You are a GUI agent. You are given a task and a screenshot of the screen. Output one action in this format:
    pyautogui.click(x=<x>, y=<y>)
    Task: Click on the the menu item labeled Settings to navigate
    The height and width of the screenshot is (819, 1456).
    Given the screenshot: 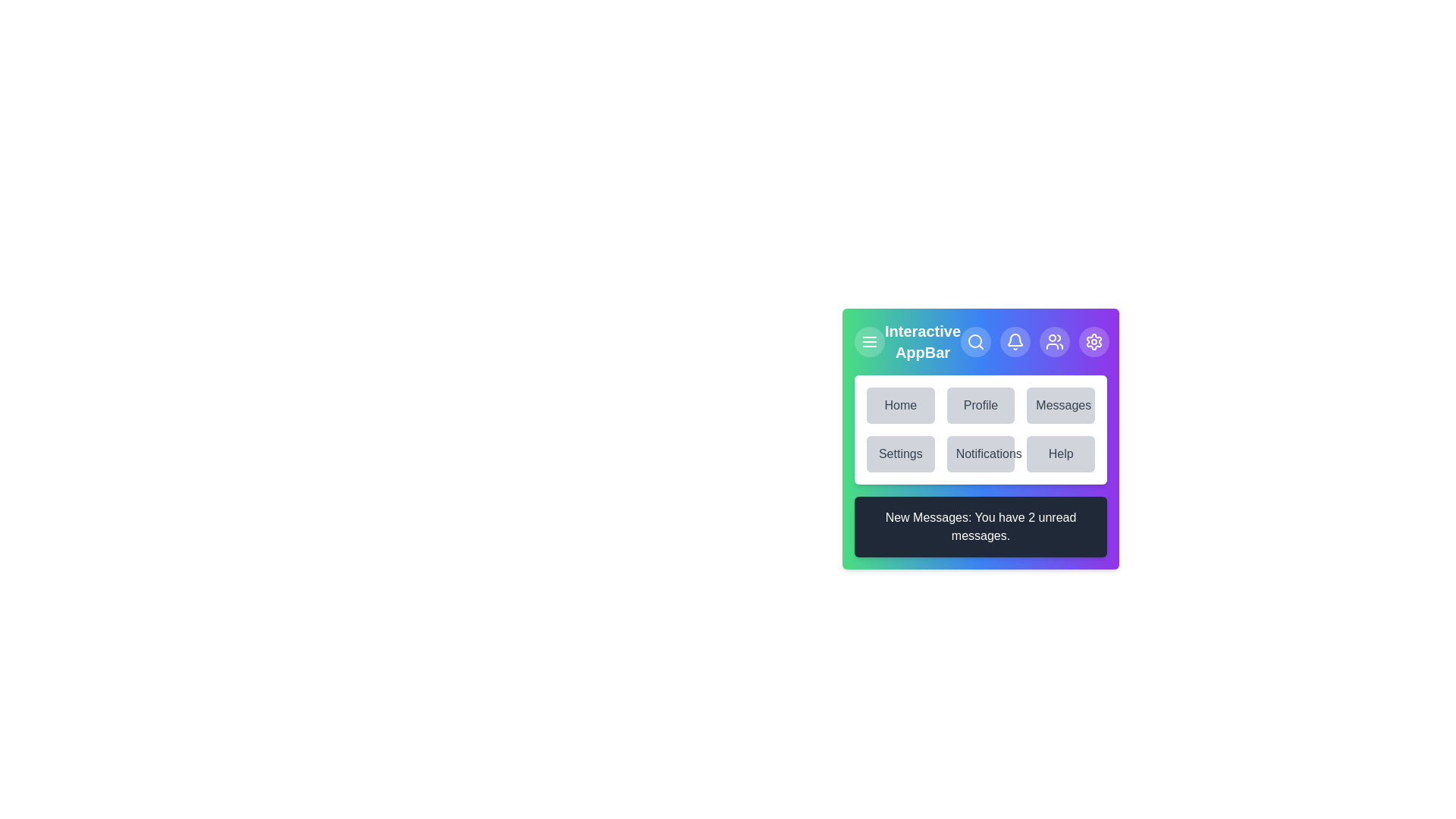 What is the action you would take?
    pyautogui.click(x=900, y=453)
    